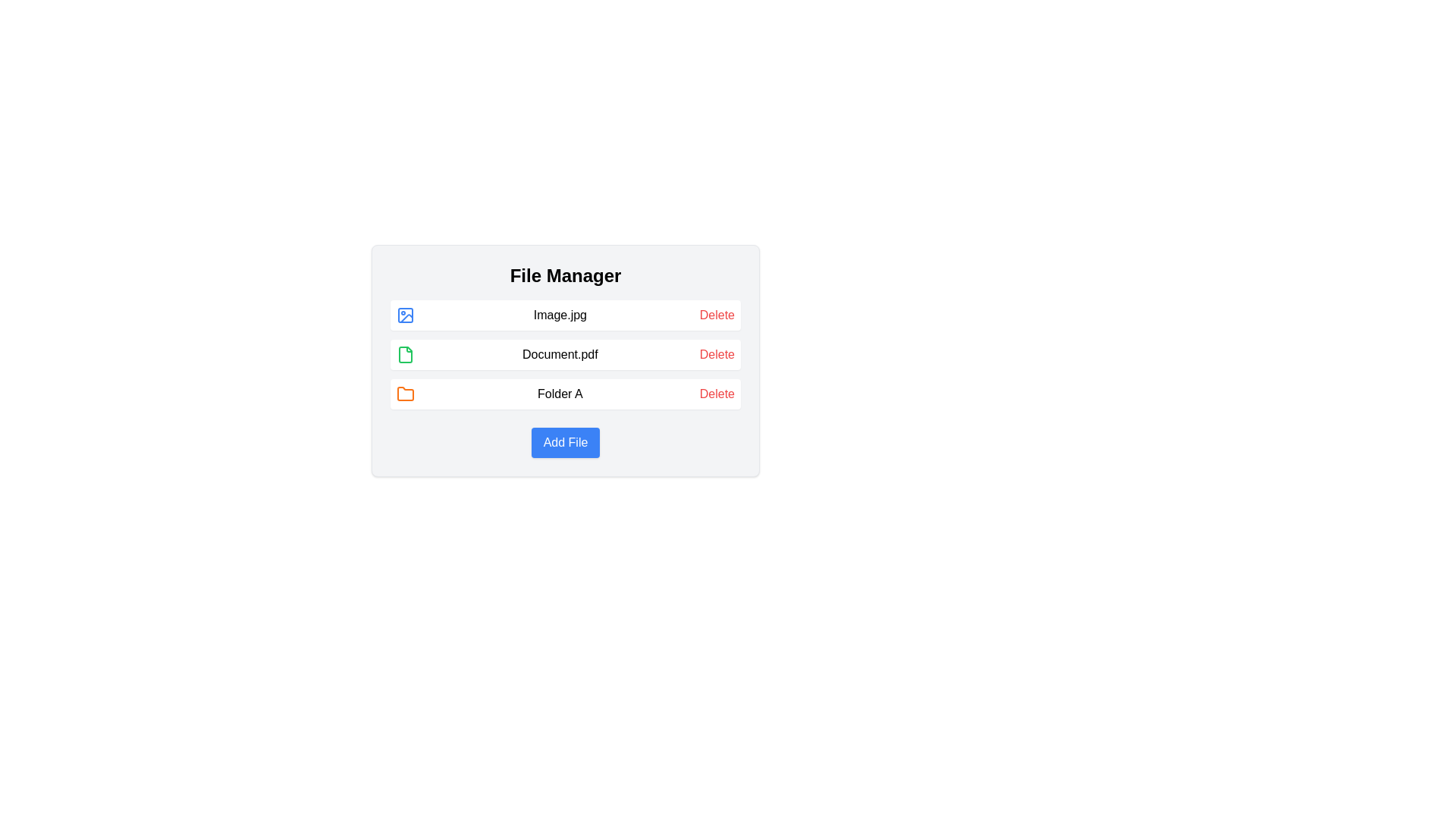 The height and width of the screenshot is (819, 1456). What do you see at coordinates (406, 318) in the screenshot?
I see `the row containing the slanted line icon in the File Manager list, located on the left side of the first row` at bounding box center [406, 318].